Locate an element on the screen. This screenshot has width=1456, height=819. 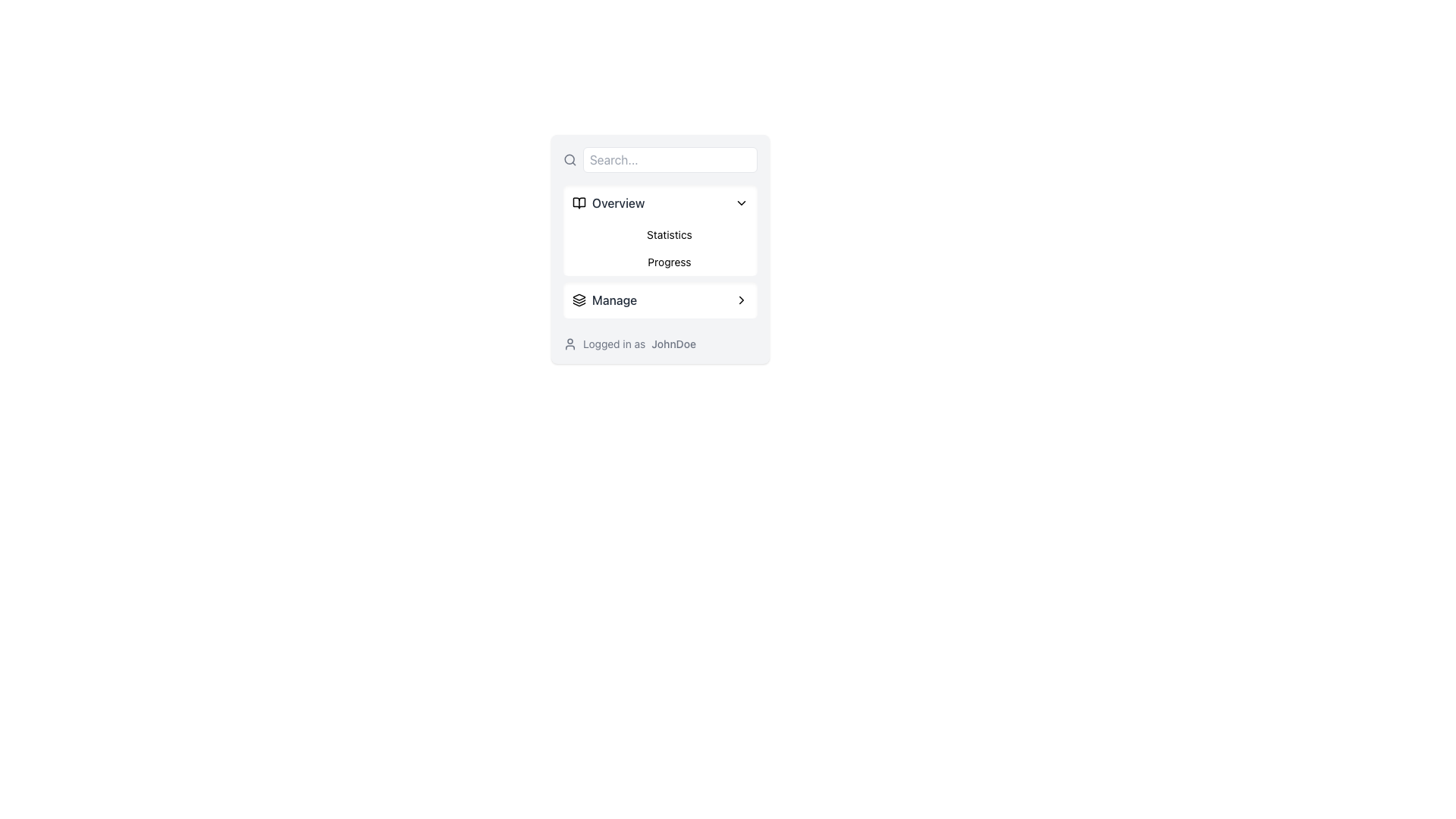
the user icon, which is a small circular head with a semi-circular body outline, located to the left of the text 'Logged in as JohnDoe' in the lower-left corner of the main panel is located at coordinates (570, 344).